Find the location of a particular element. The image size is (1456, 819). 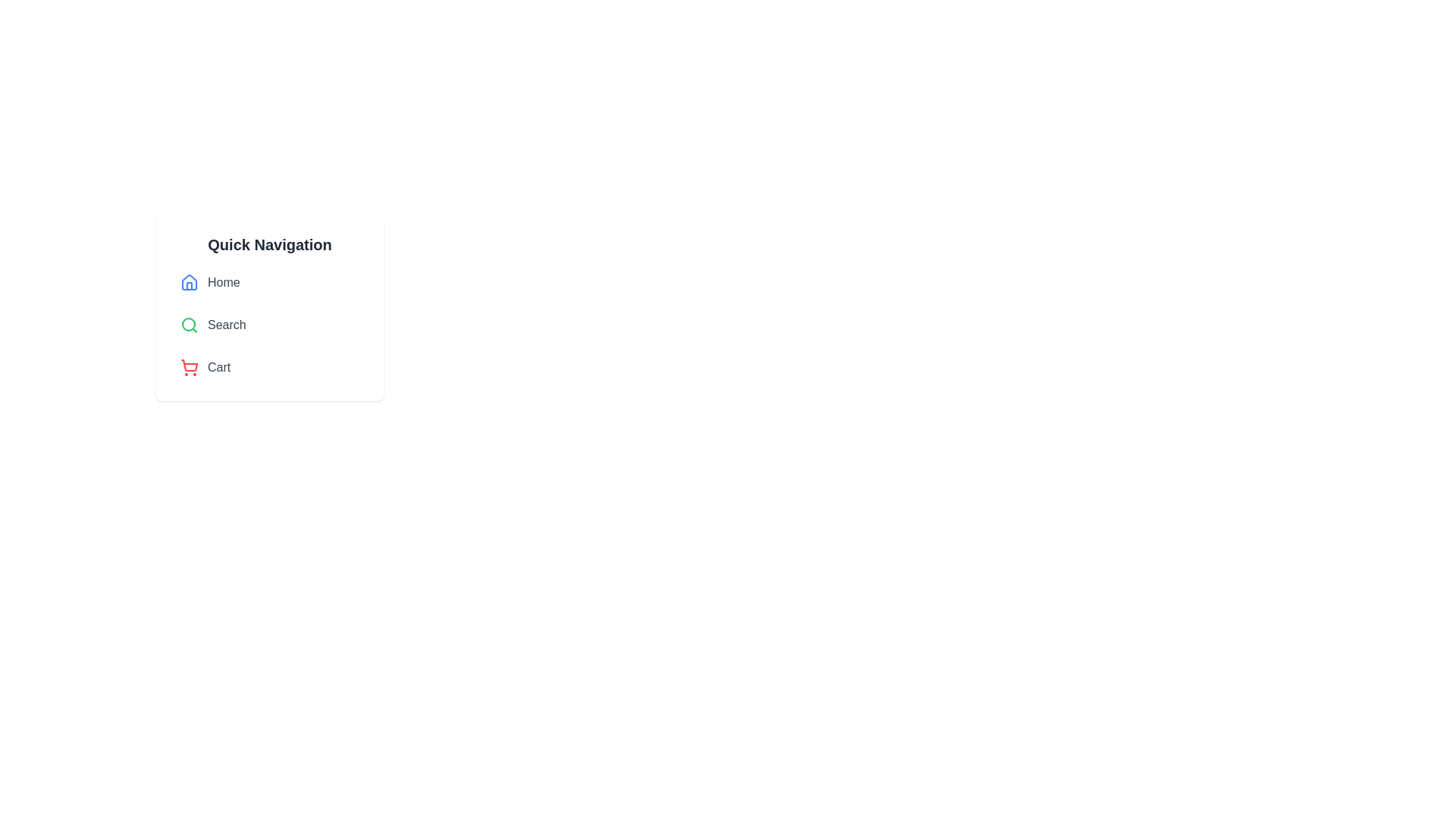

the inner circular portion of the green magnifying glass icon, which is located below the 'Home' icon and above the 'Cart' icon in the 'Quick Navigation' list is located at coordinates (188, 324).